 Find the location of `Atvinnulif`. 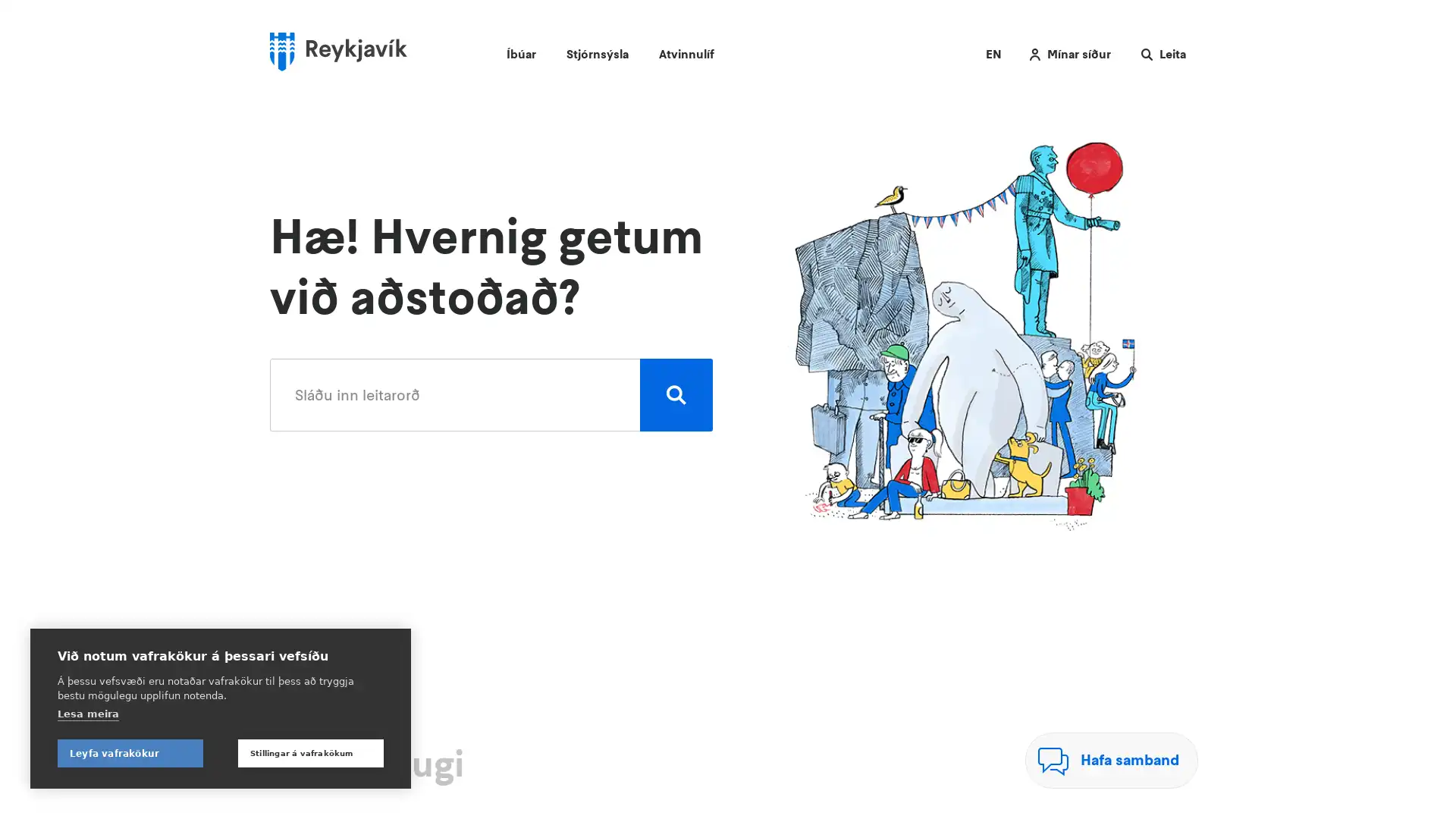

Atvinnulif is located at coordinates (686, 51).